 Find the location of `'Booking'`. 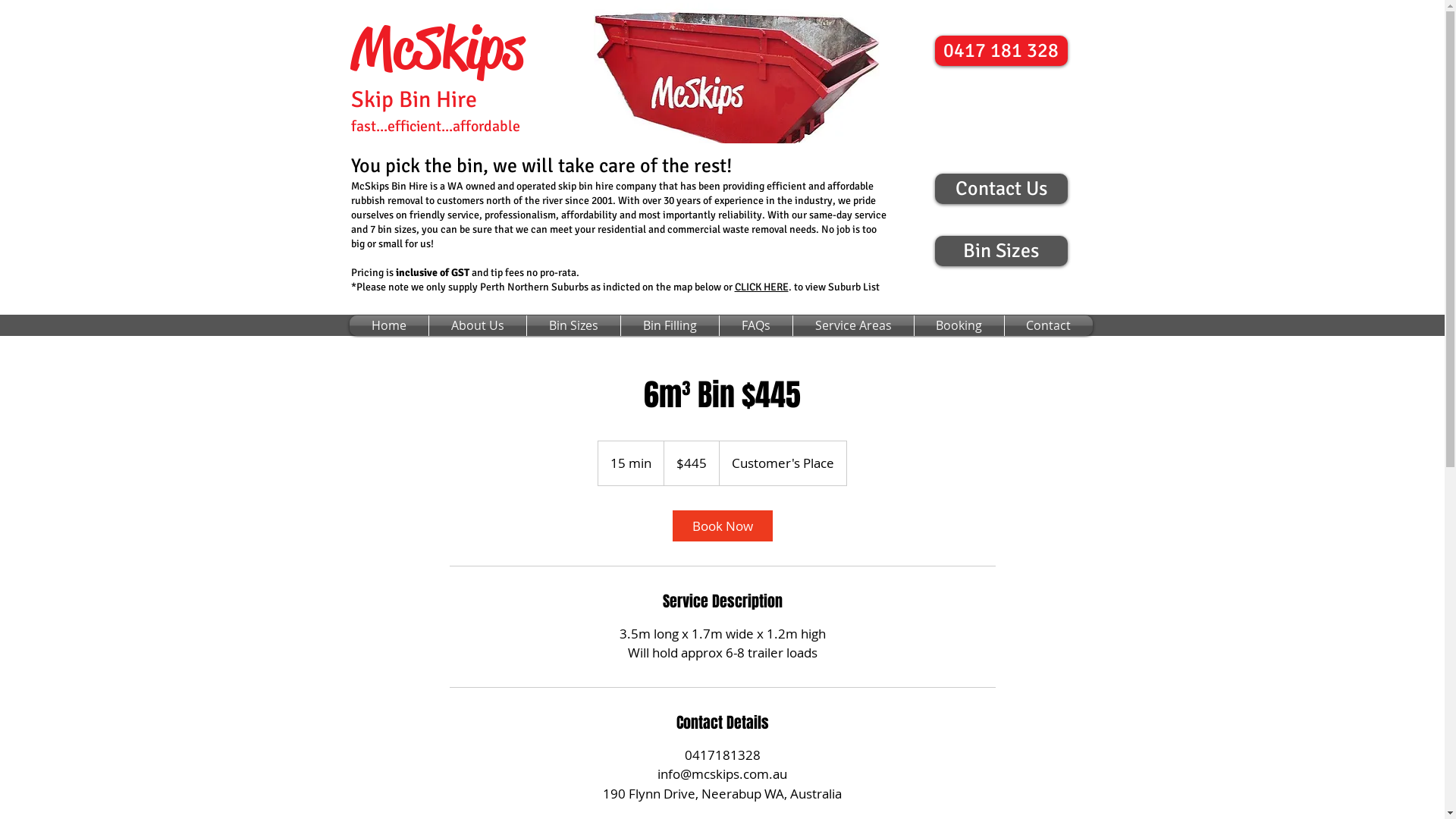

'Booking' is located at coordinates (959, 325).